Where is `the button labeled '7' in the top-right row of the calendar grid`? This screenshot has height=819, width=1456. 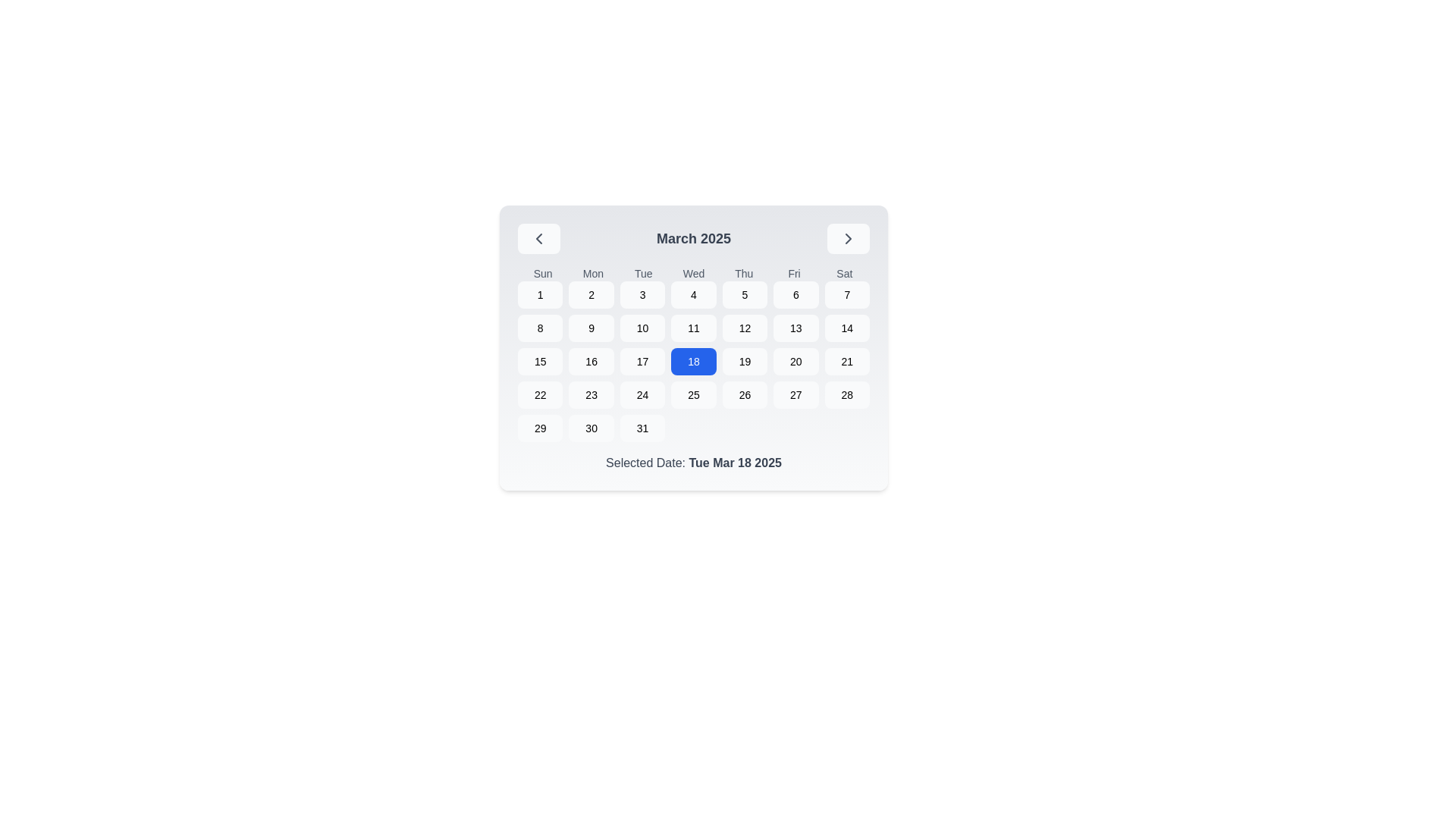 the button labeled '7' in the top-right row of the calendar grid is located at coordinates (846, 295).